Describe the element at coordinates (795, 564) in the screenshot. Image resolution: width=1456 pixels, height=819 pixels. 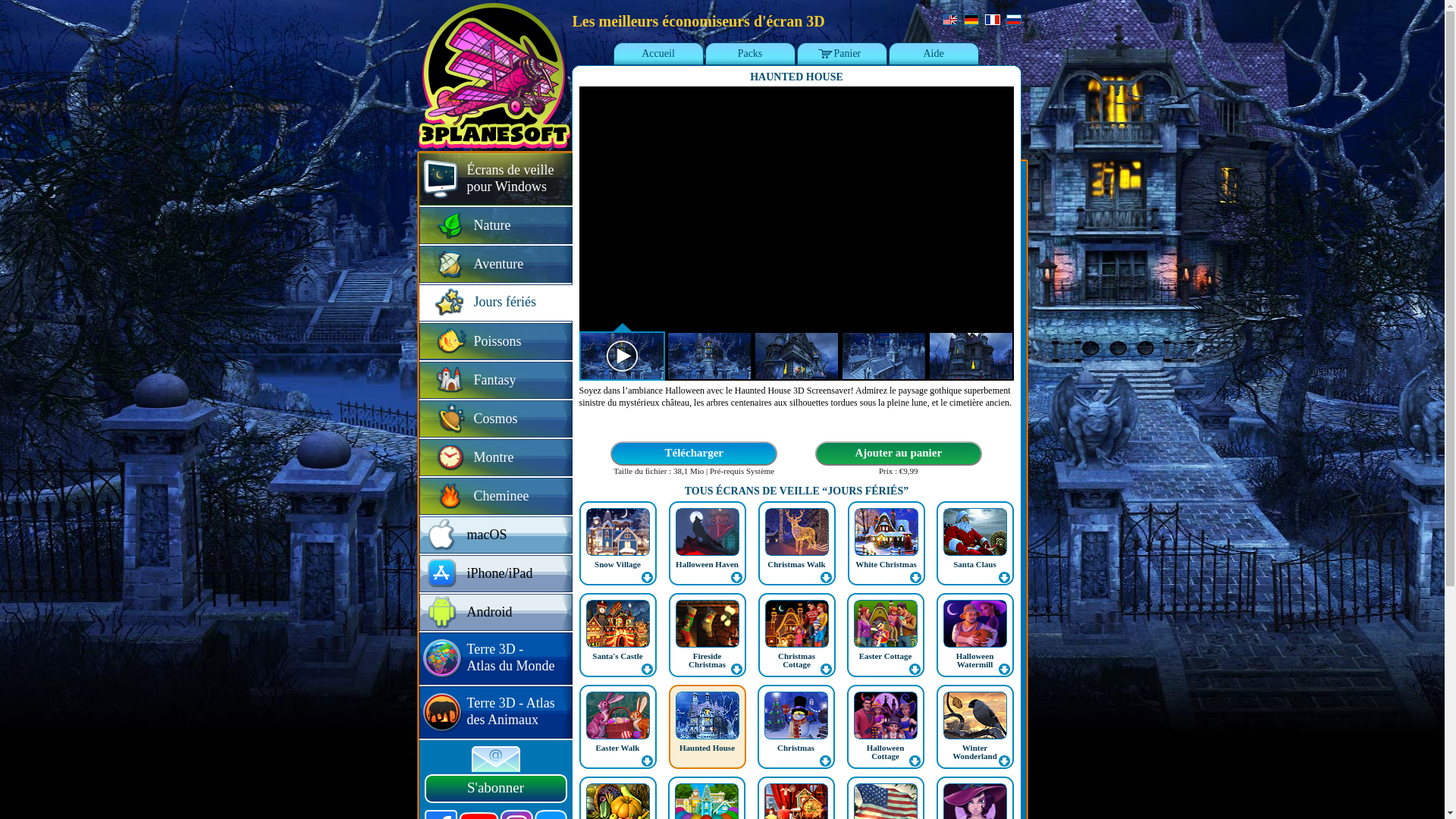
I see `'Christmas Walk'` at that location.